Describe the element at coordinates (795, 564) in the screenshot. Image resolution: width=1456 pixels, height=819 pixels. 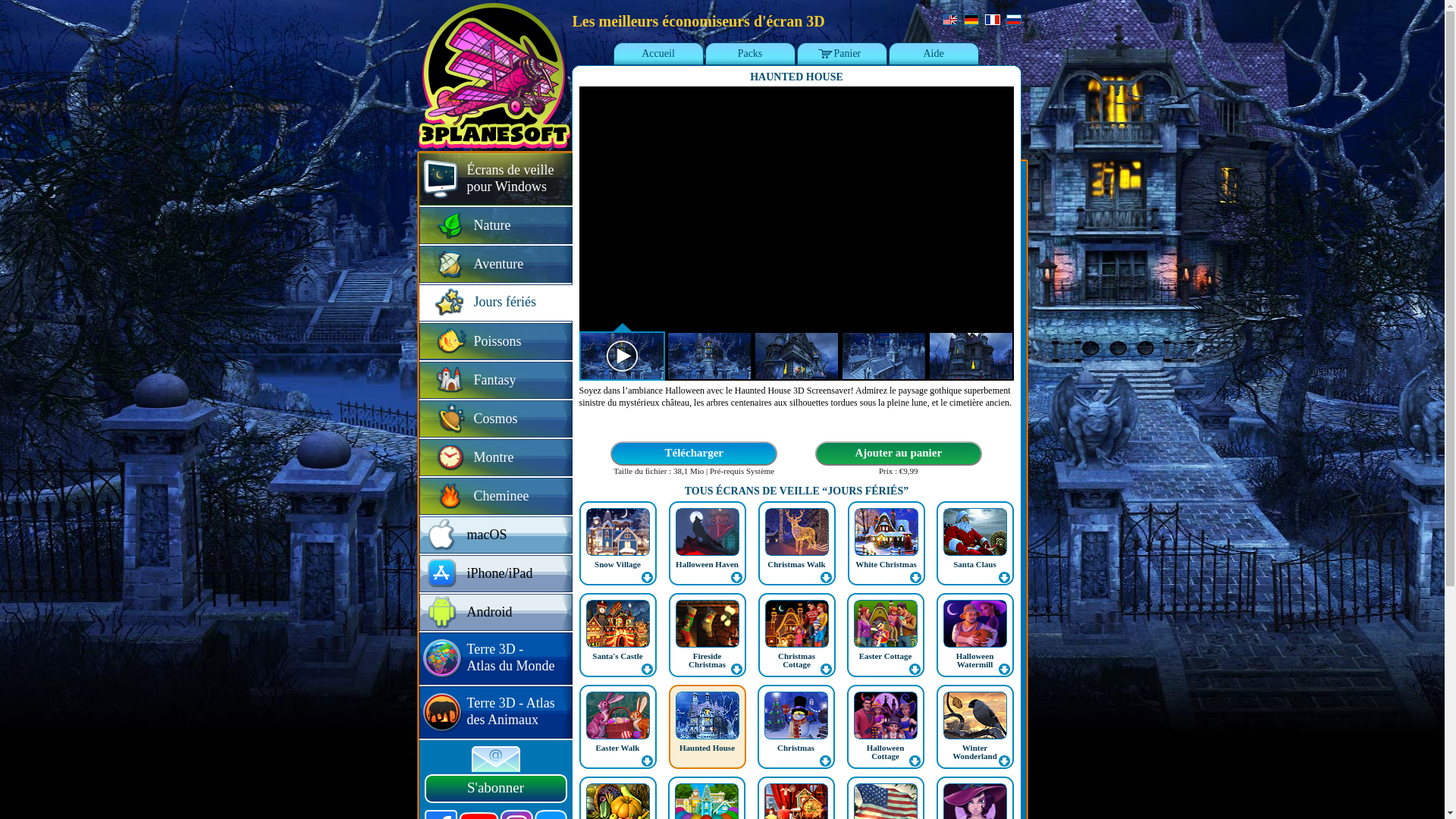
I see `'Christmas Walk'` at that location.